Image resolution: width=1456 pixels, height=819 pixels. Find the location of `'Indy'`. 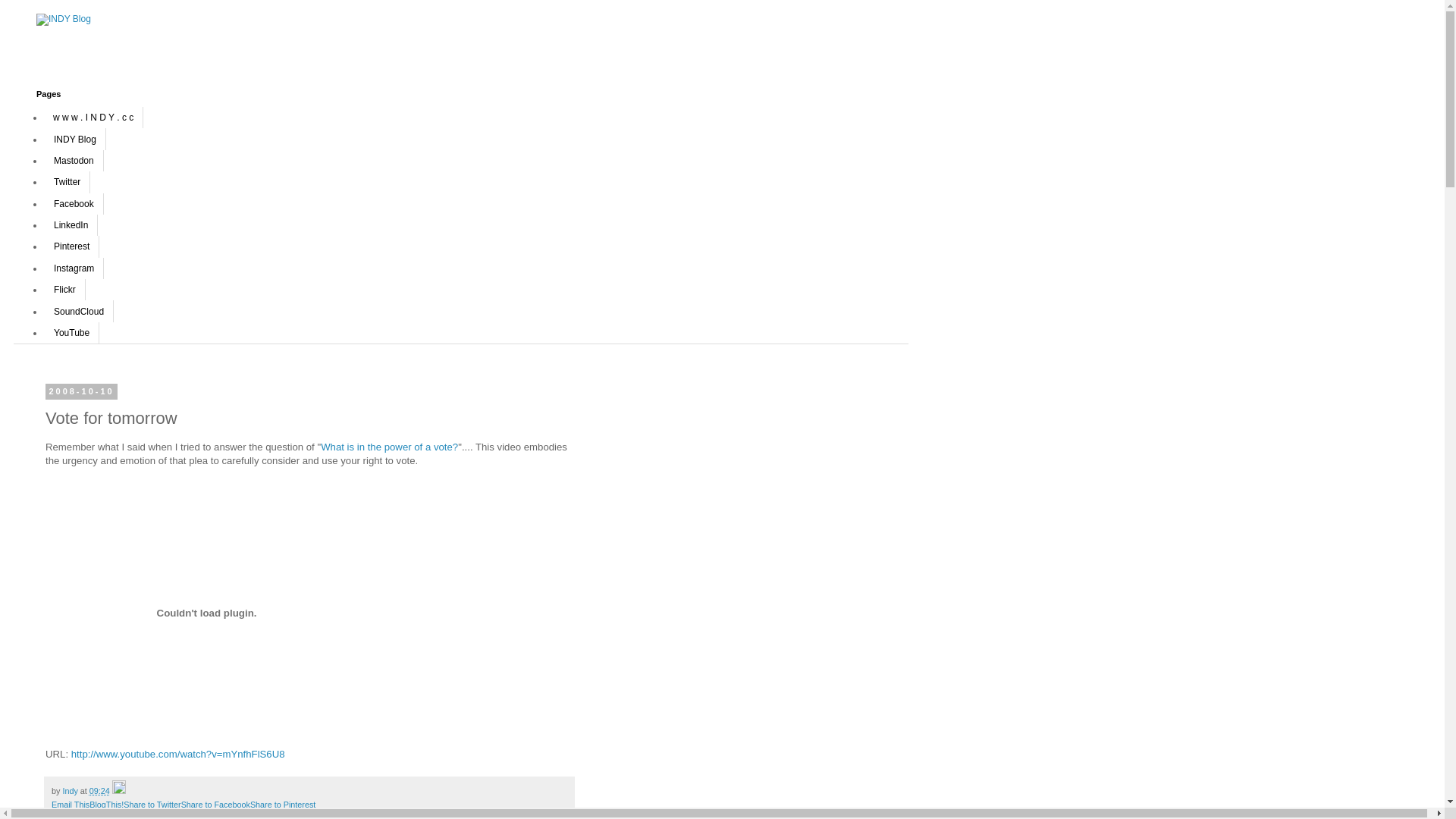

'Indy' is located at coordinates (70, 789).